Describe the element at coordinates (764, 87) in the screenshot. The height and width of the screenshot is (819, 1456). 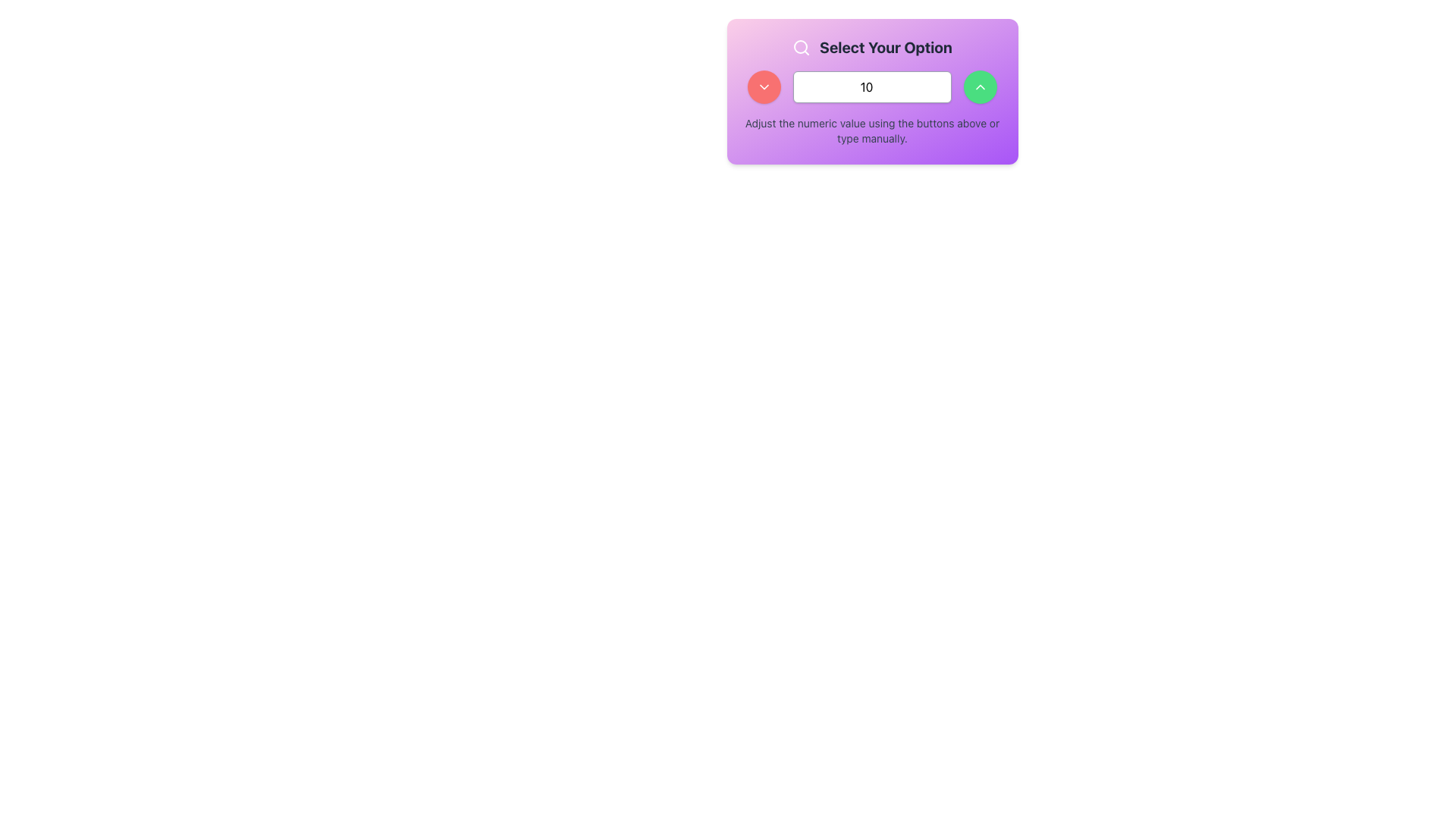
I see `the red circular button with a downward-facing chevron icon to observe the hover effect` at that location.